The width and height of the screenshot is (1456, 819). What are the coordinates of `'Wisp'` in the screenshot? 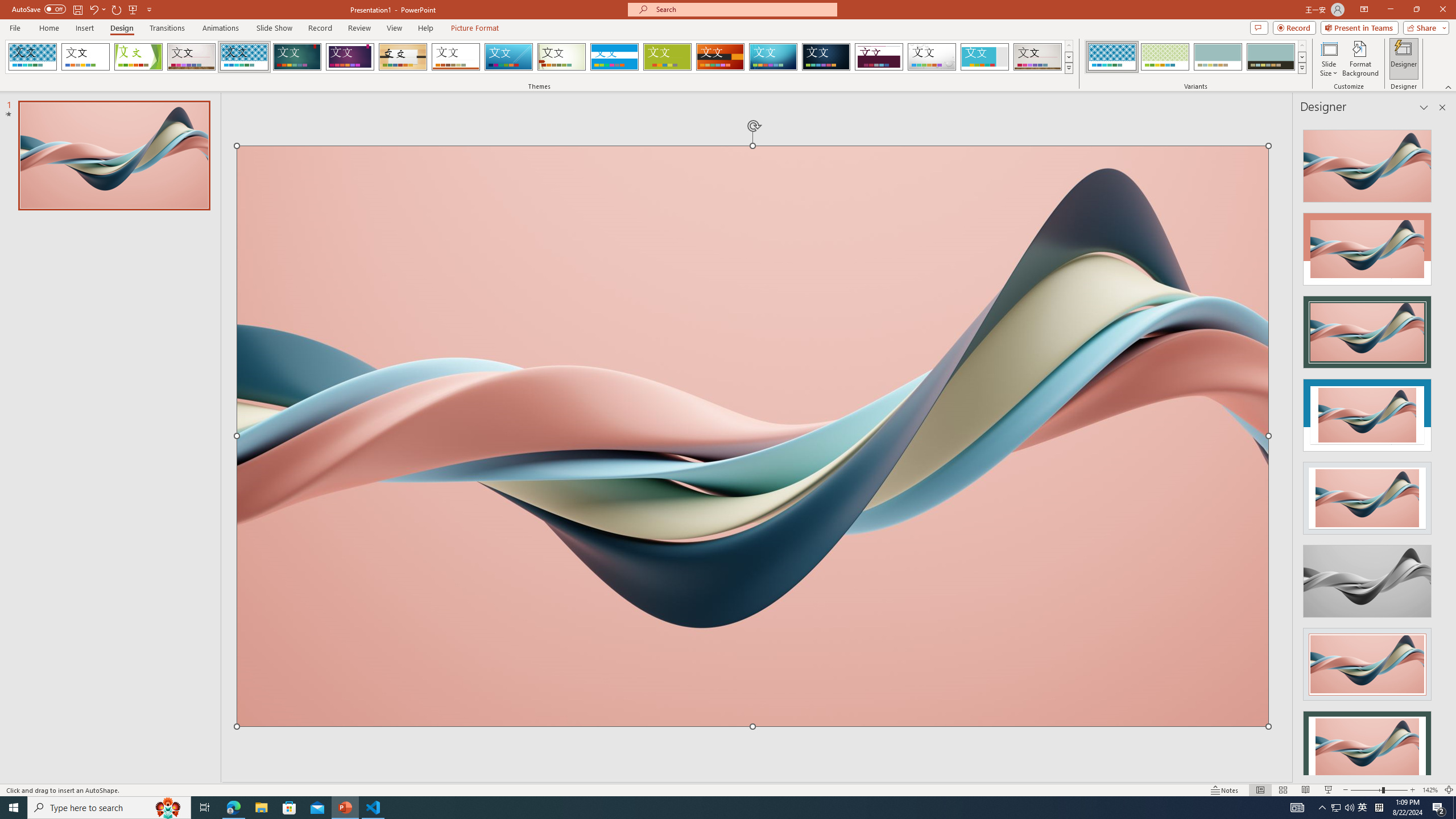 It's located at (561, 56).